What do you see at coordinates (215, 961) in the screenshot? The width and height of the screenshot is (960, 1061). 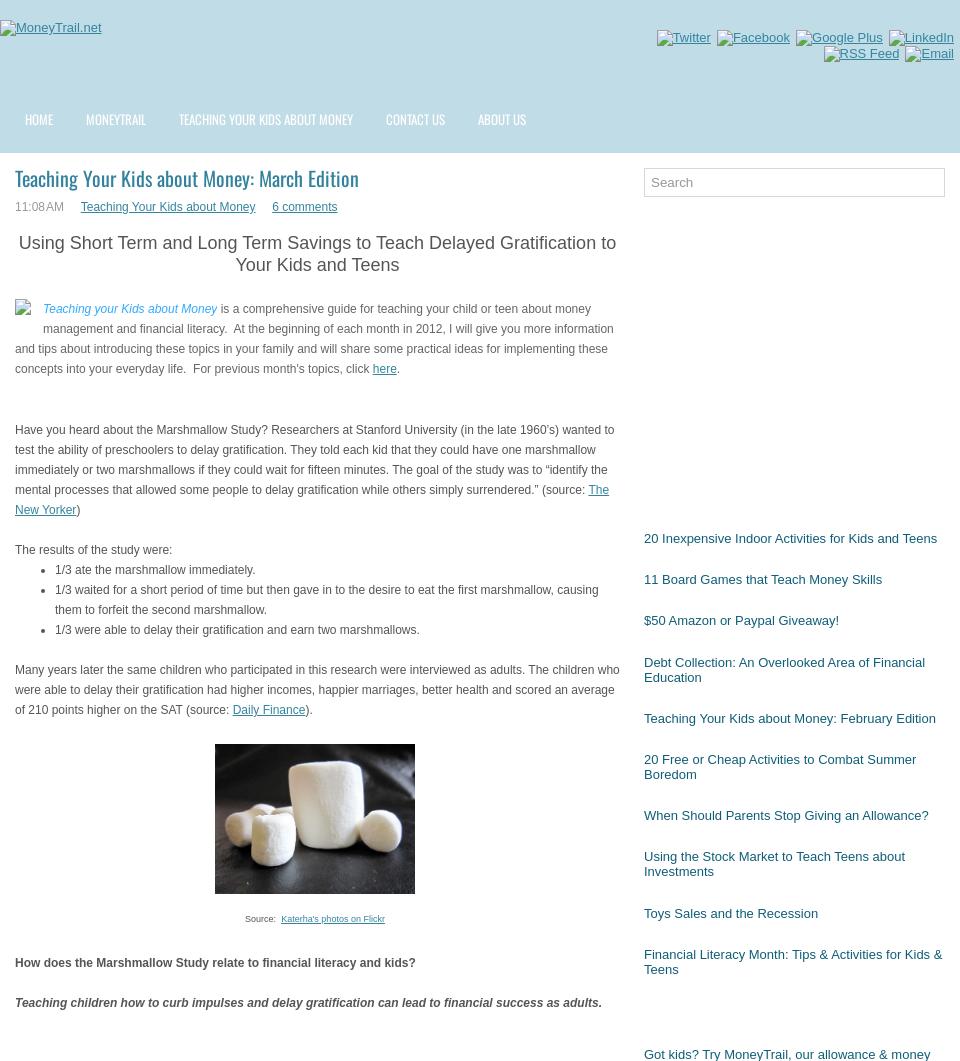 I see `'How does the
Marshmallow Study relate to financial literacy and kids?'` at bounding box center [215, 961].